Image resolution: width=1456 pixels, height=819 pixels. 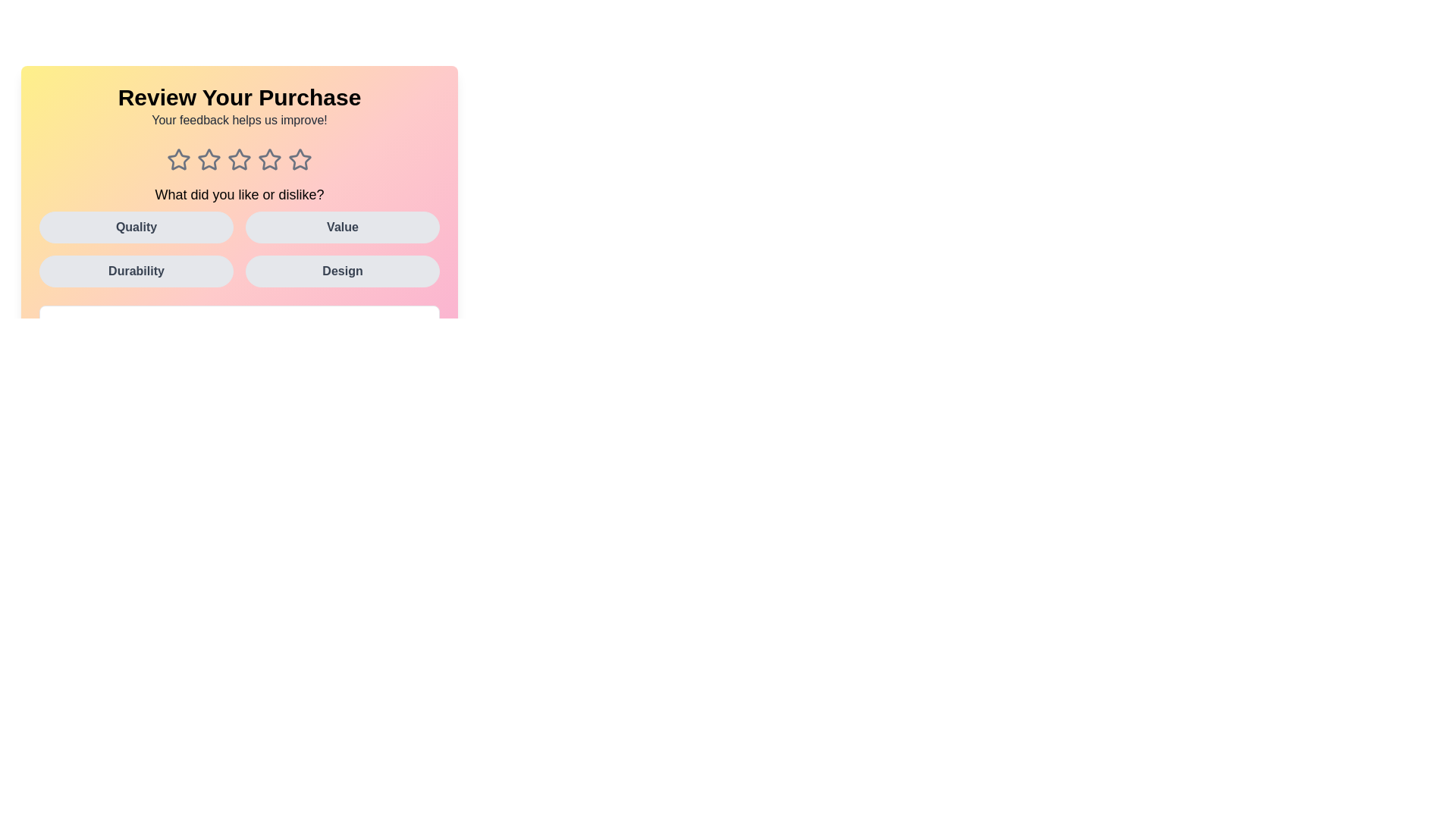 I want to click on the fourth star icon used for rating, located beneath 'Review Your Purchase' and above 'What did you like or dislike?', so click(x=269, y=160).